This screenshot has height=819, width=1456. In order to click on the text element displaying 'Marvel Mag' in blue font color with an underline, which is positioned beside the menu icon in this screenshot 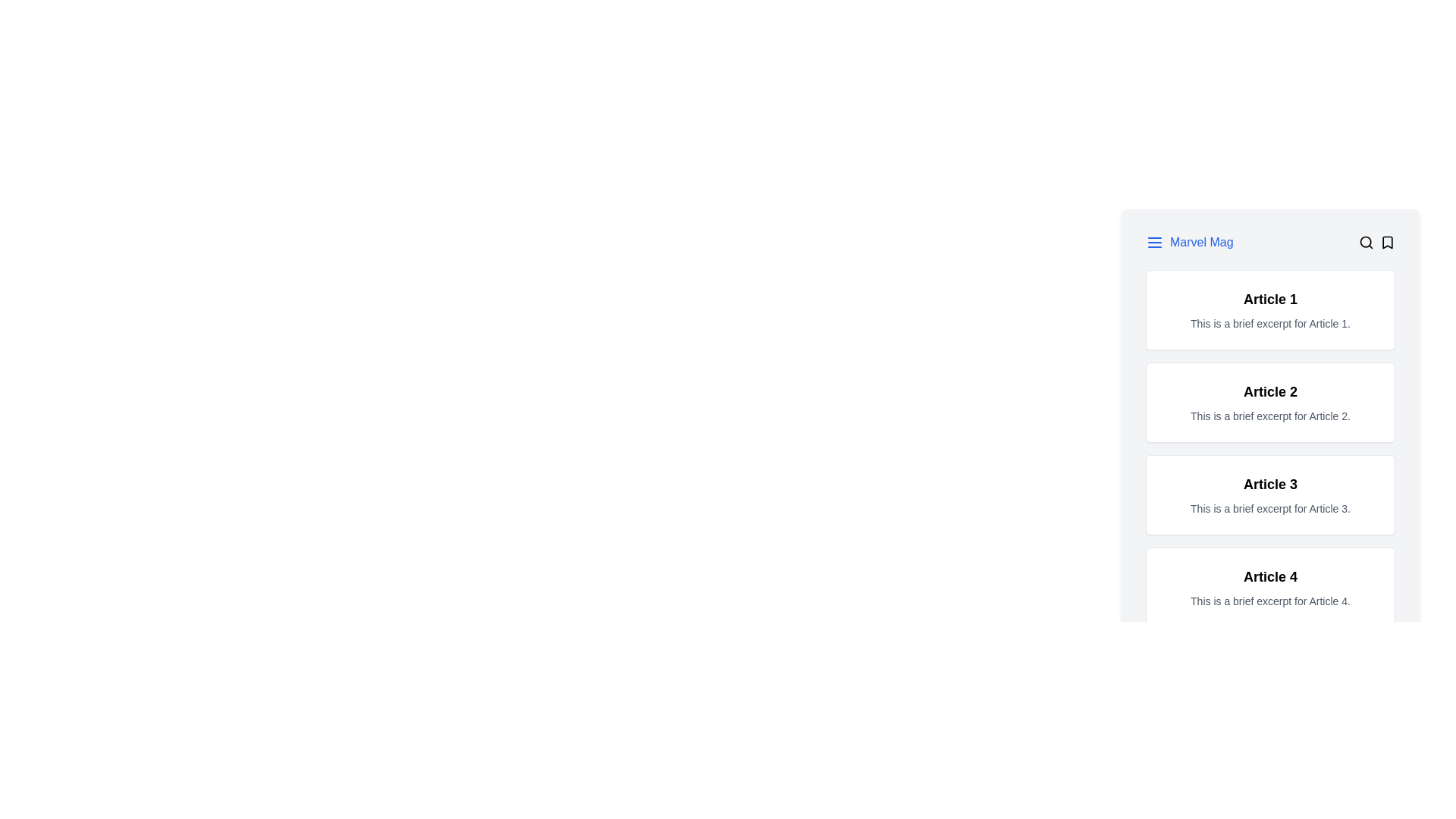, I will do `click(1188, 242)`.